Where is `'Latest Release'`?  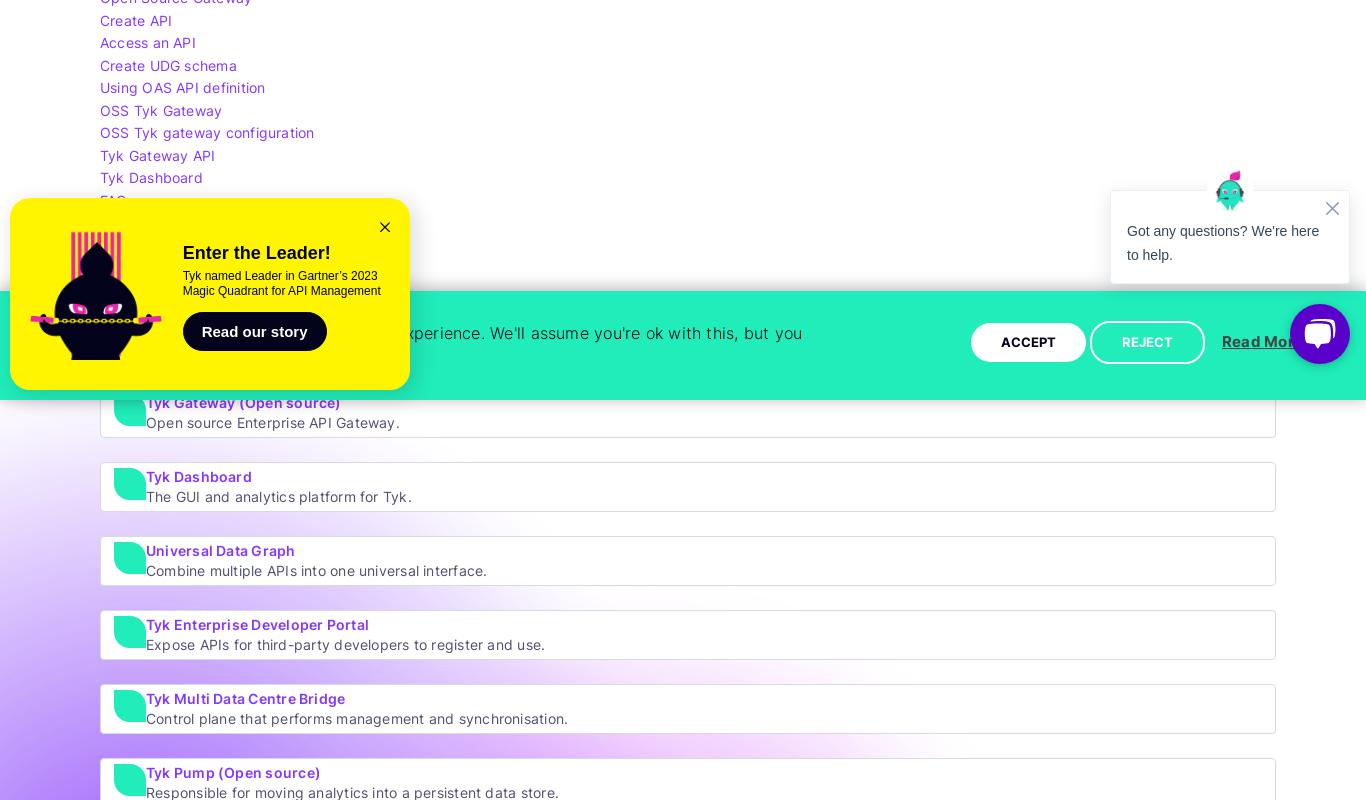 'Latest Release' is located at coordinates (148, 222).